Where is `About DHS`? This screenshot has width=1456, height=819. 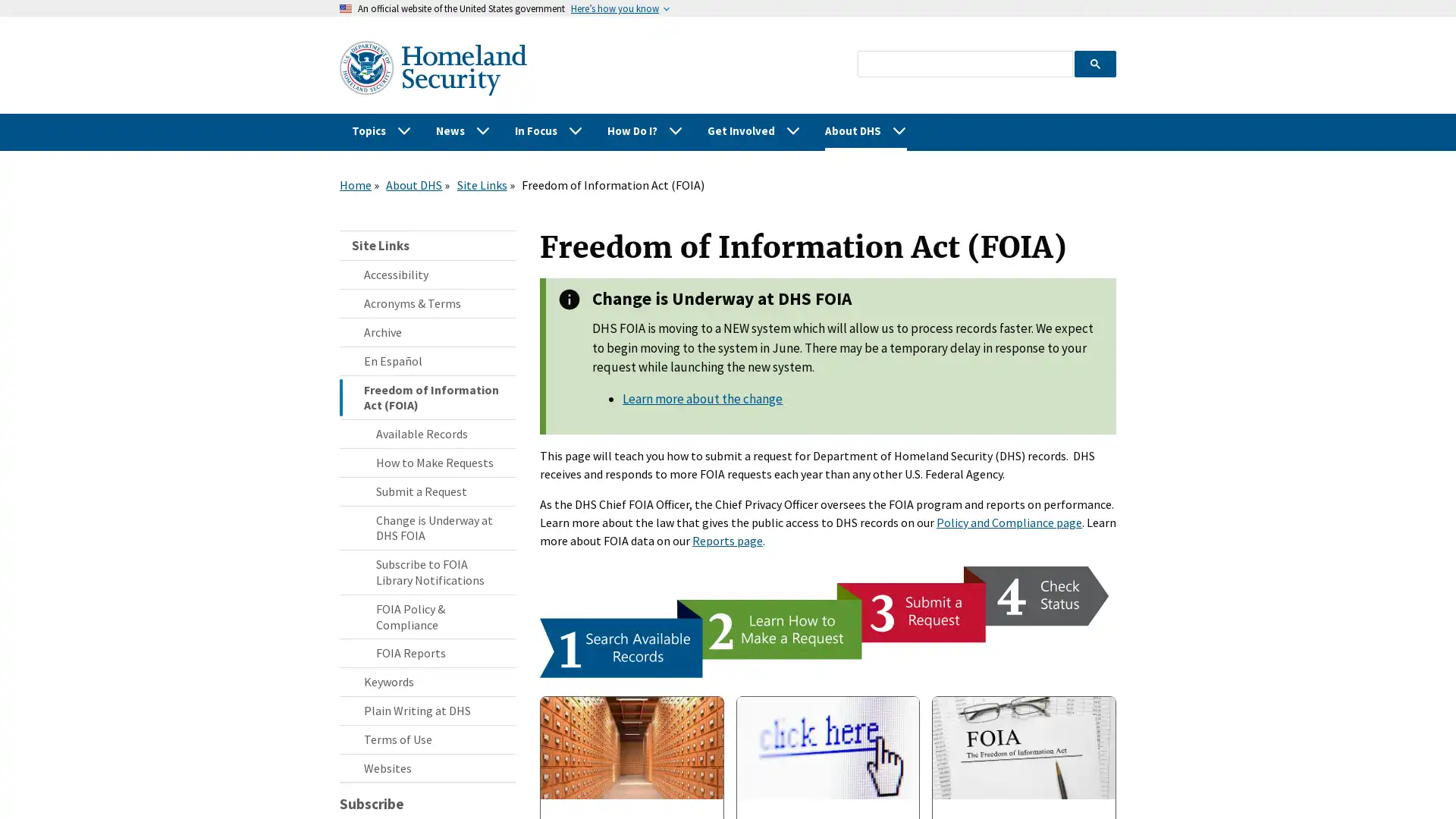
About DHS is located at coordinates (866, 130).